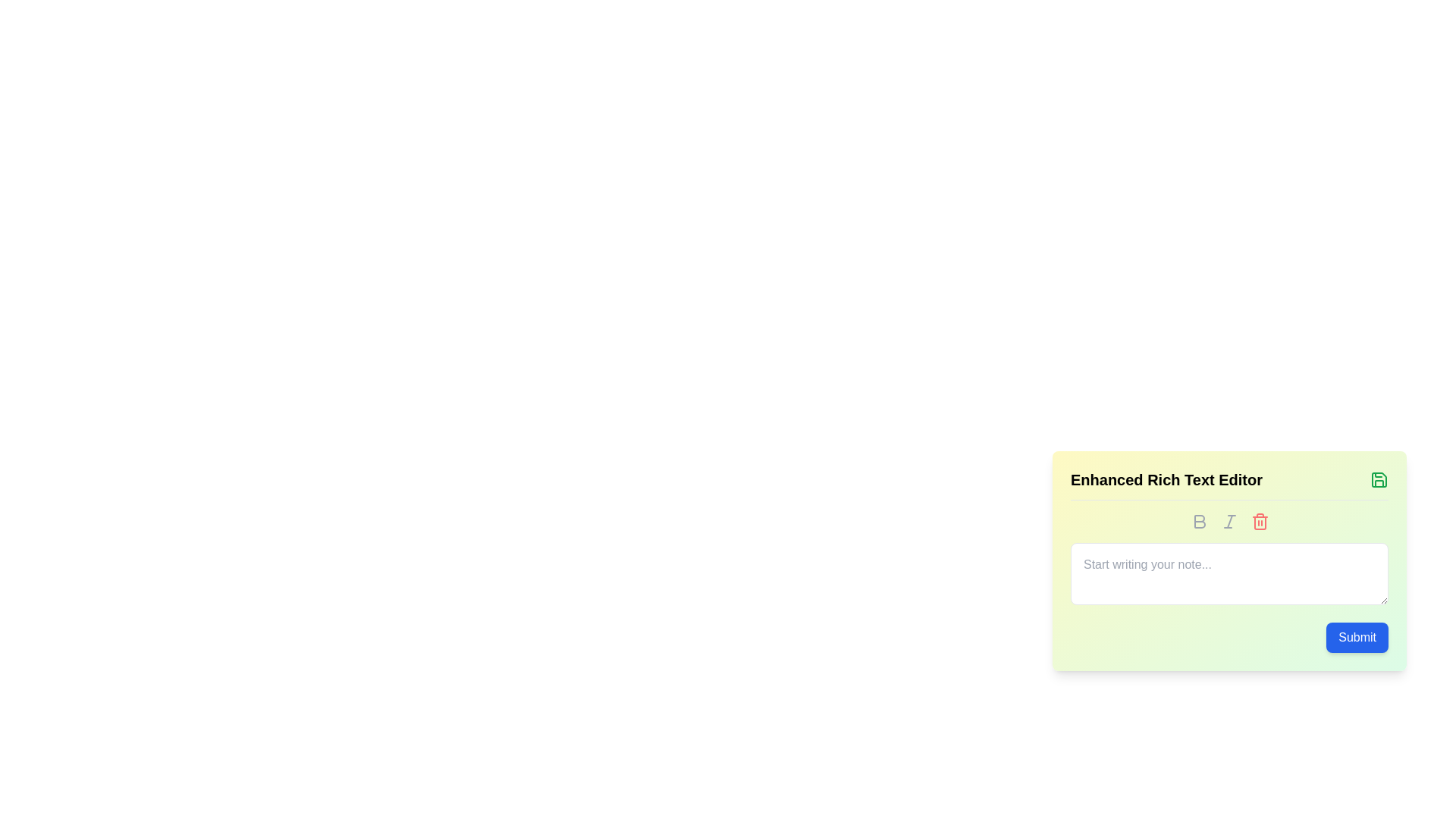 The image size is (1456, 819). What do you see at coordinates (1166, 479) in the screenshot?
I see `the text label located at the top-left portion of the toolbar, which serves as a title or heading for the section below, adjacent to a green icon` at bounding box center [1166, 479].